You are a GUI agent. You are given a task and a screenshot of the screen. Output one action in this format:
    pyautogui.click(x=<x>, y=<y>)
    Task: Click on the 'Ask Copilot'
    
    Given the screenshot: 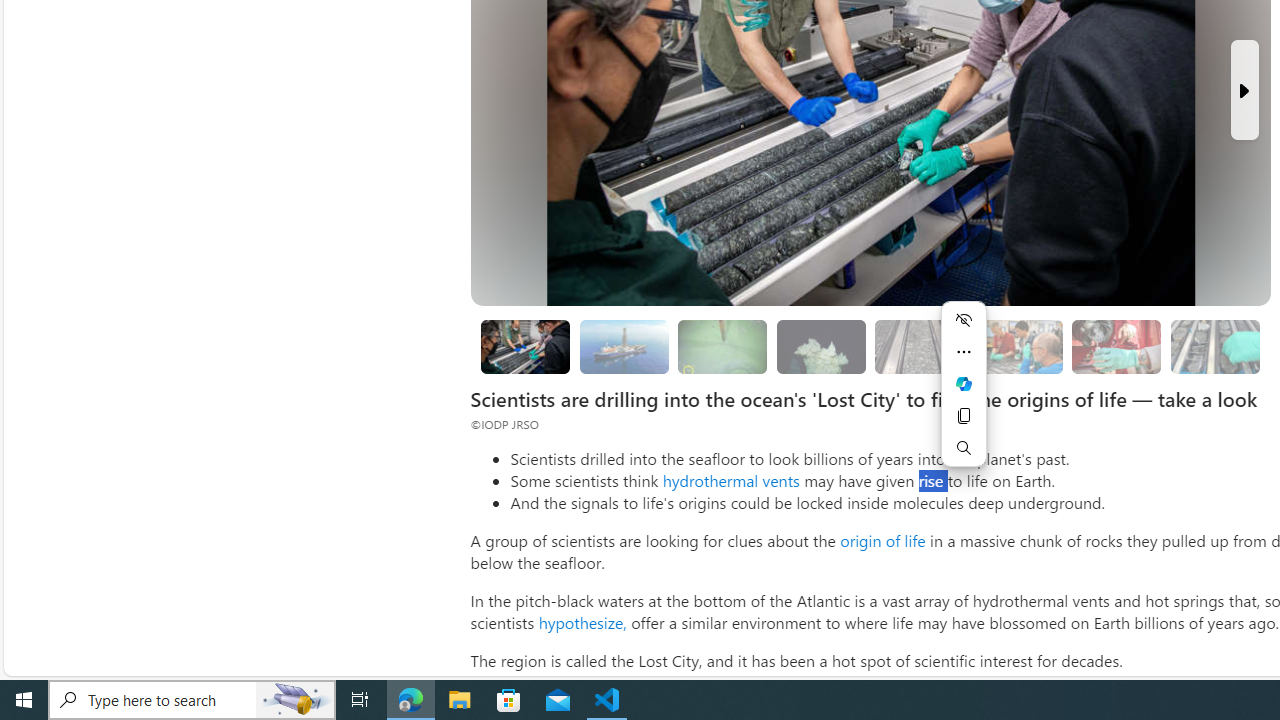 What is the action you would take?
    pyautogui.click(x=963, y=384)
    